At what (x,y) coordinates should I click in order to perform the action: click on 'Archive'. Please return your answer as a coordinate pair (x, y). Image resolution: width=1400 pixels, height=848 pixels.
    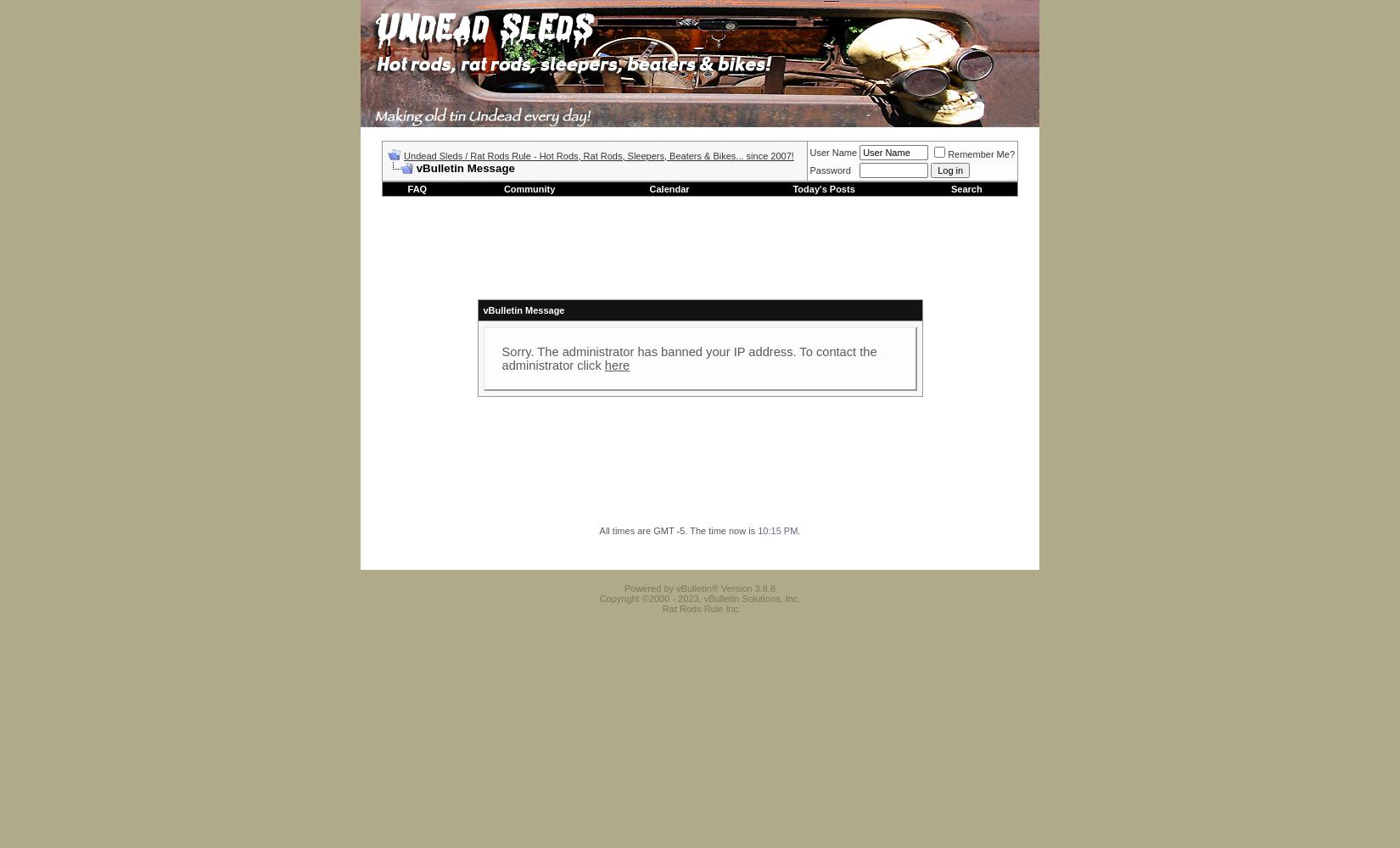
    Looking at the image, I should click on (992, 560).